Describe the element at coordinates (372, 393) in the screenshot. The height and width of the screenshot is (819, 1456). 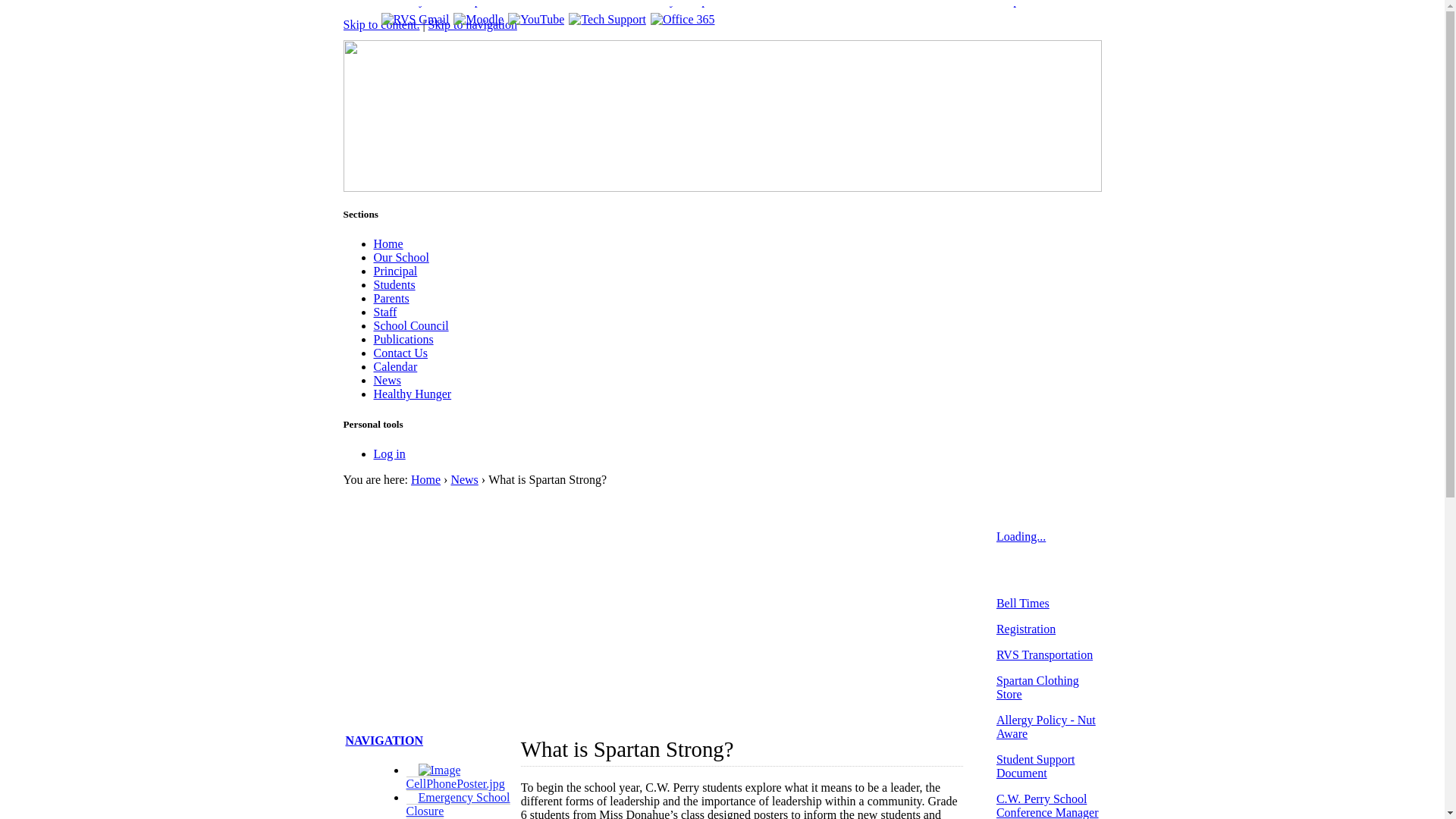
I see `'Healthy Hunger'` at that location.